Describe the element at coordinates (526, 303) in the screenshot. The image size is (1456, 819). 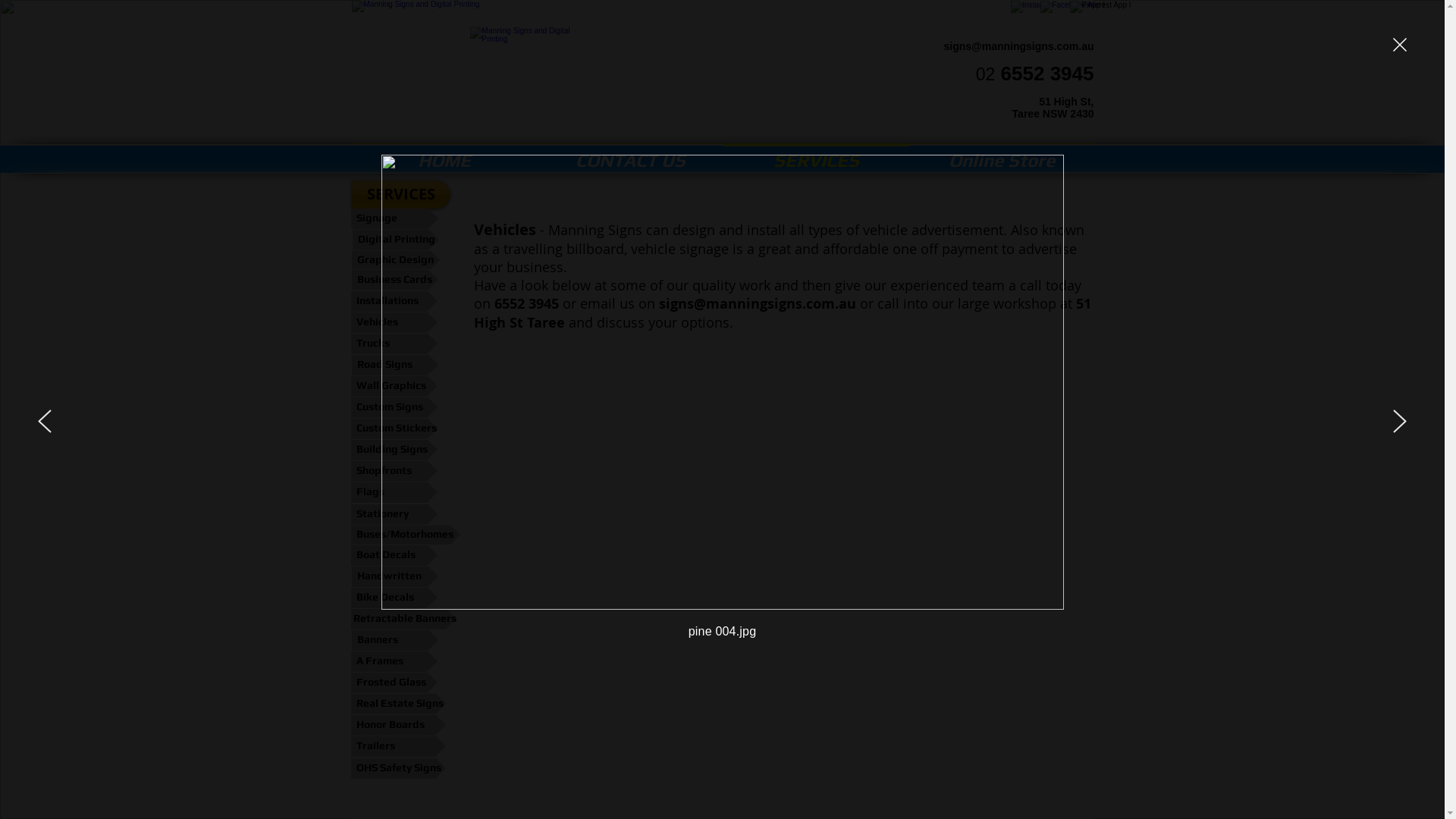
I see `'6552 3945'` at that location.